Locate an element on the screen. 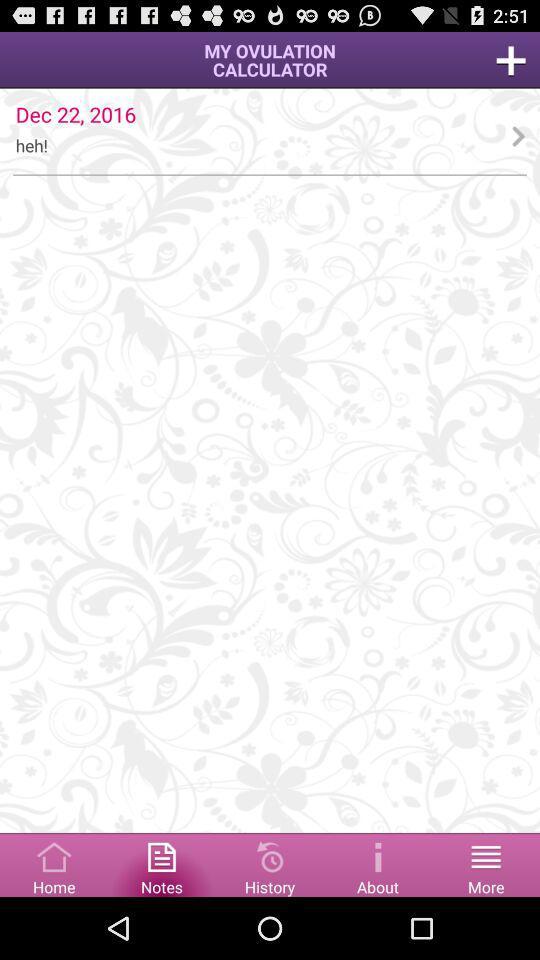  see more options is located at coordinates (485, 863).